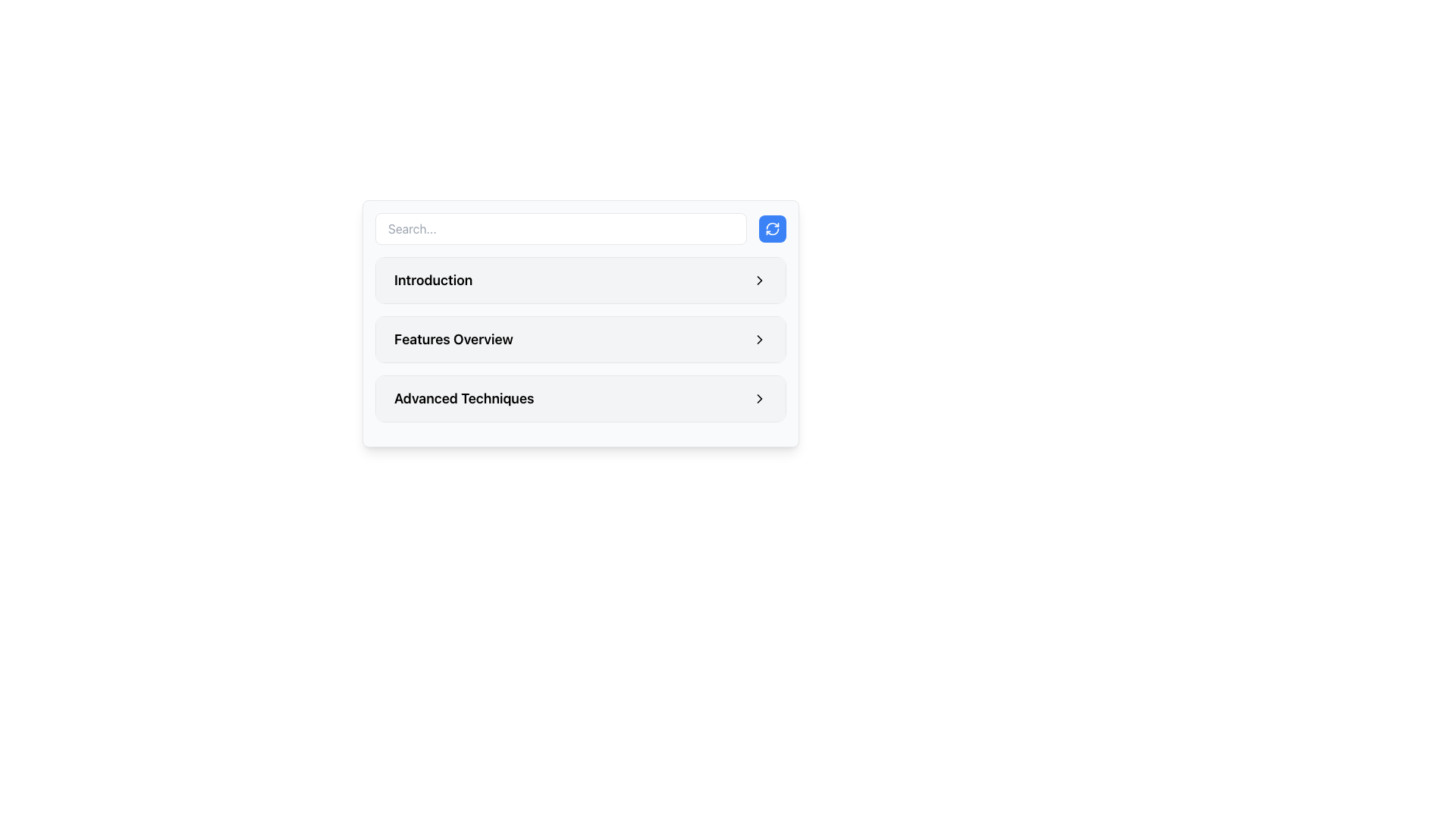 This screenshot has height=819, width=1456. What do you see at coordinates (463, 397) in the screenshot?
I see `the 'Advanced Techniques' text label, which is the third item in a vertical list of sections, for advanced interactions` at bounding box center [463, 397].